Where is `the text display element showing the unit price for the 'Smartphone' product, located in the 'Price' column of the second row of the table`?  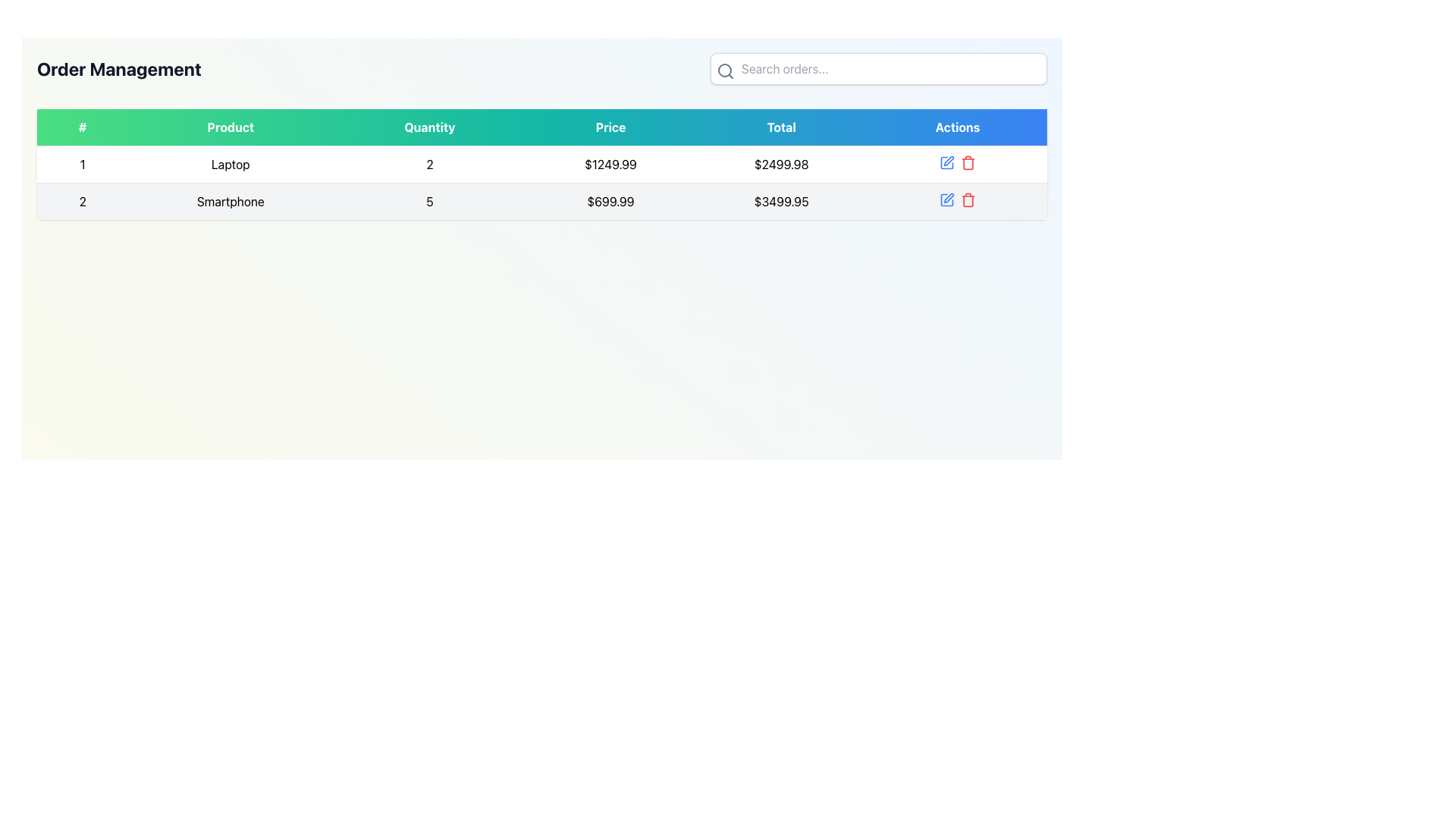
the text display element showing the unit price for the 'Smartphone' product, located in the 'Price' column of the second row of the table is located at coordinates (610, 200).